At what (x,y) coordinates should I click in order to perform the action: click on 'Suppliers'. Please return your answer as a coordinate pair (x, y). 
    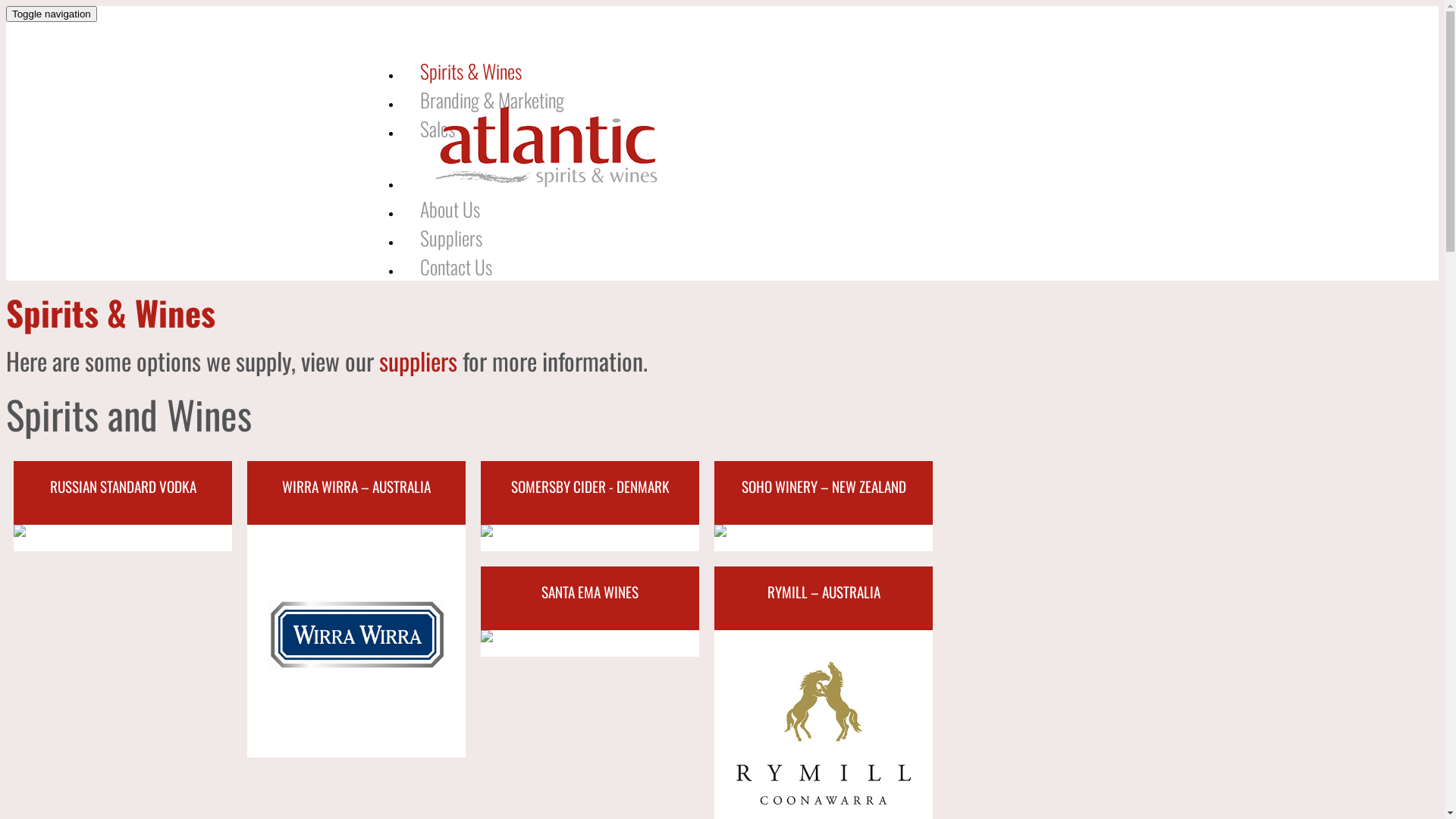
    Looking at the image, I should click on (400, 237).